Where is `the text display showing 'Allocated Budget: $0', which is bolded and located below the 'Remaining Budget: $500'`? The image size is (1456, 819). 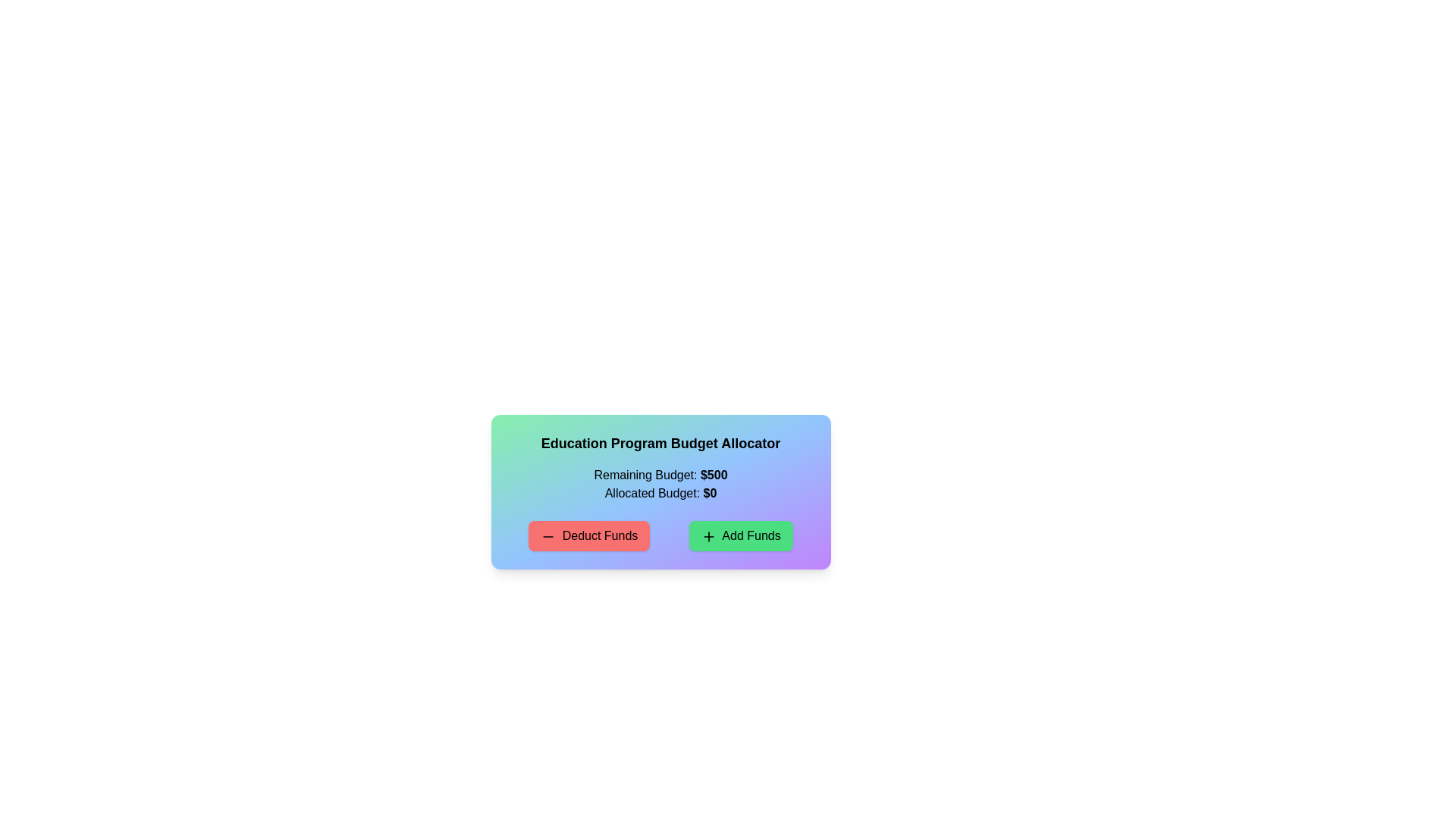
the text display showing 'Allocated Budget: $0', which is bolded and located below the 'Remaining Budget: $500' is located at coordinates (661, 494).